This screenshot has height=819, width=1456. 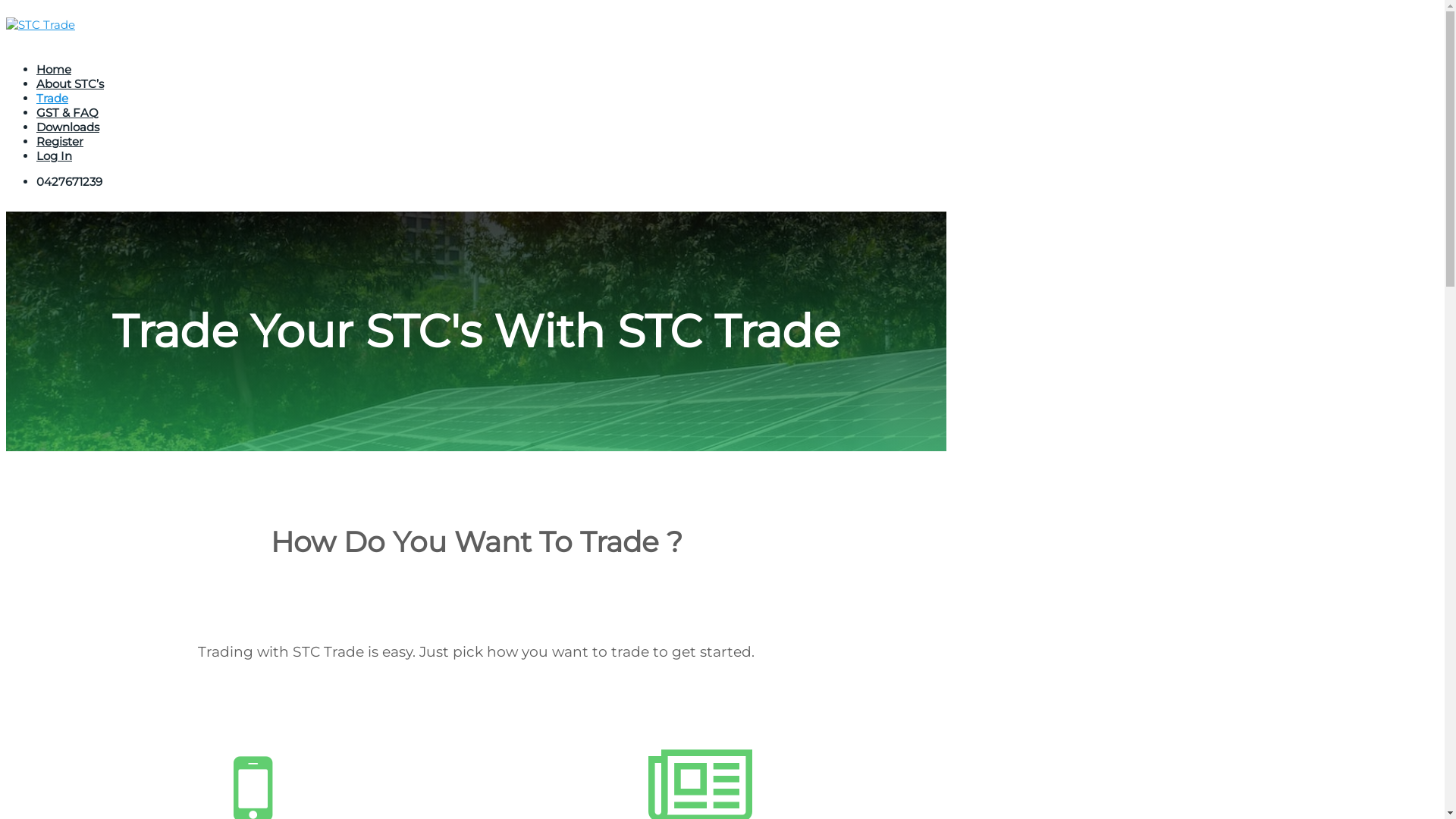 I want to click on 'Trade', so click(x=52, y=98).